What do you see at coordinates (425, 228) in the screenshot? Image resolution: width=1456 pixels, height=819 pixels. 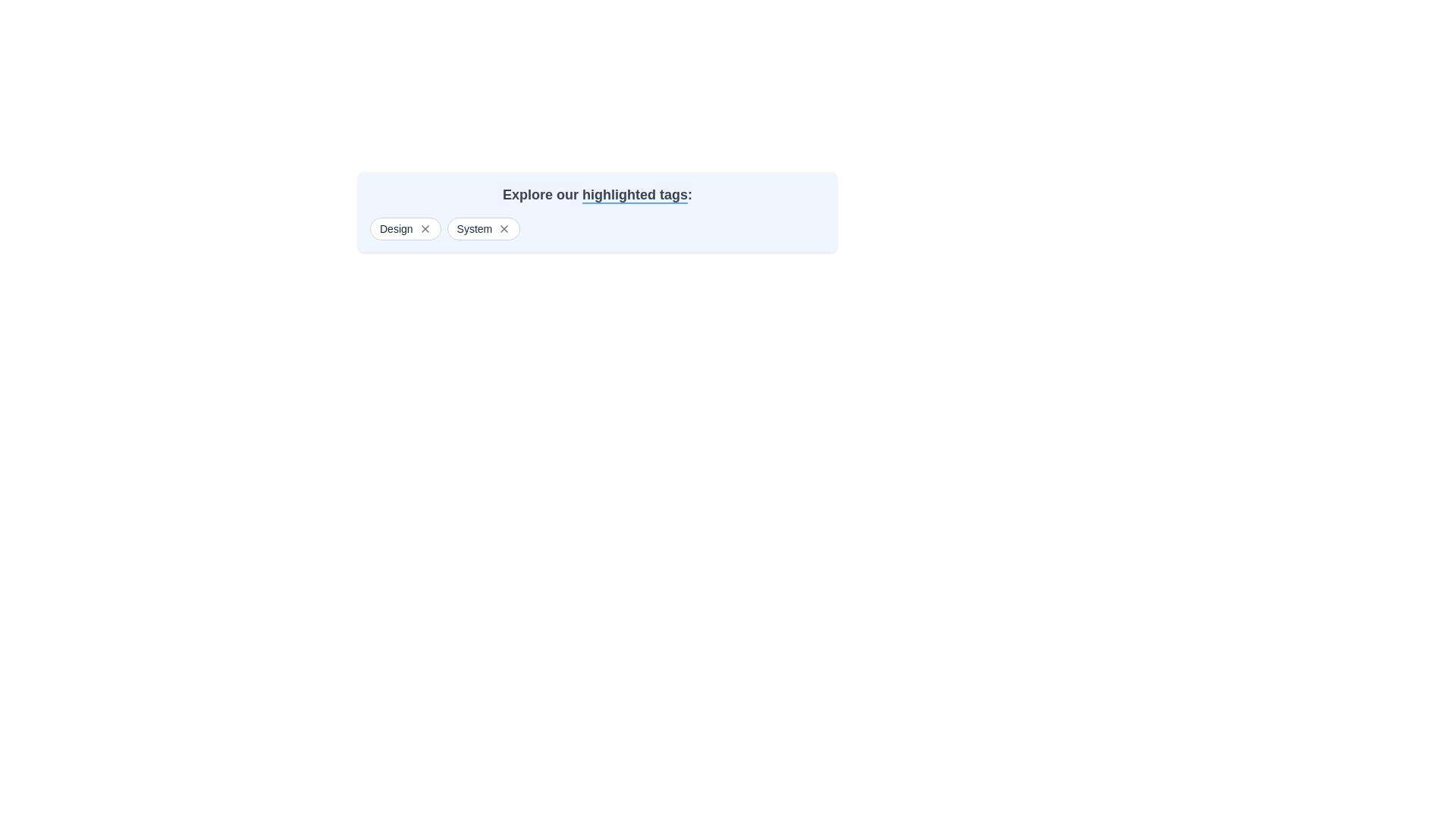 I see `the SVG icon representing the close button located to the right of the 'Design' tag` at bounding box center [425, 228].